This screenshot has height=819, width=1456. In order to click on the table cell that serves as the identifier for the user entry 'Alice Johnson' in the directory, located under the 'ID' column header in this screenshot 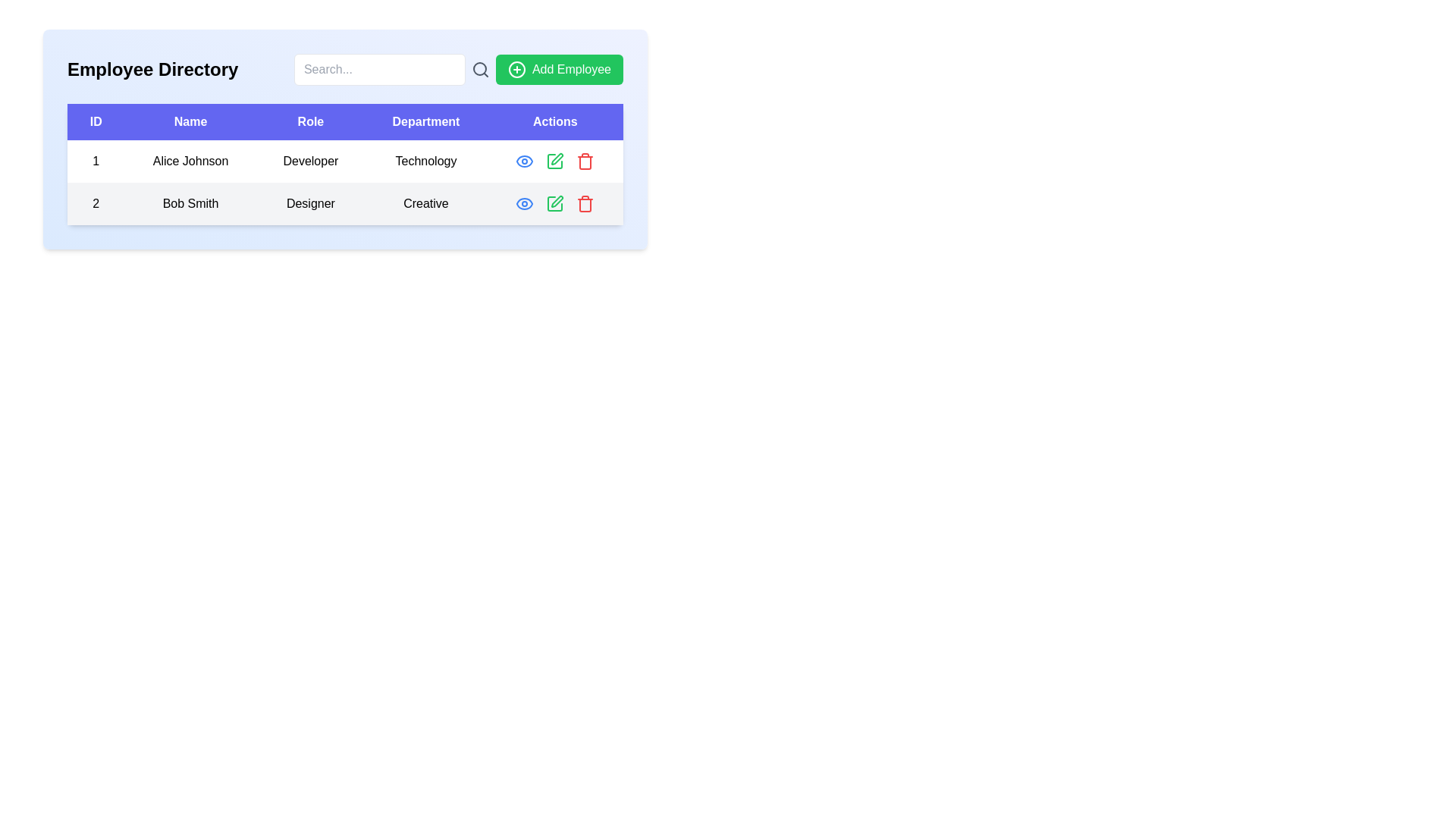, I will do `click(95, 161)`.